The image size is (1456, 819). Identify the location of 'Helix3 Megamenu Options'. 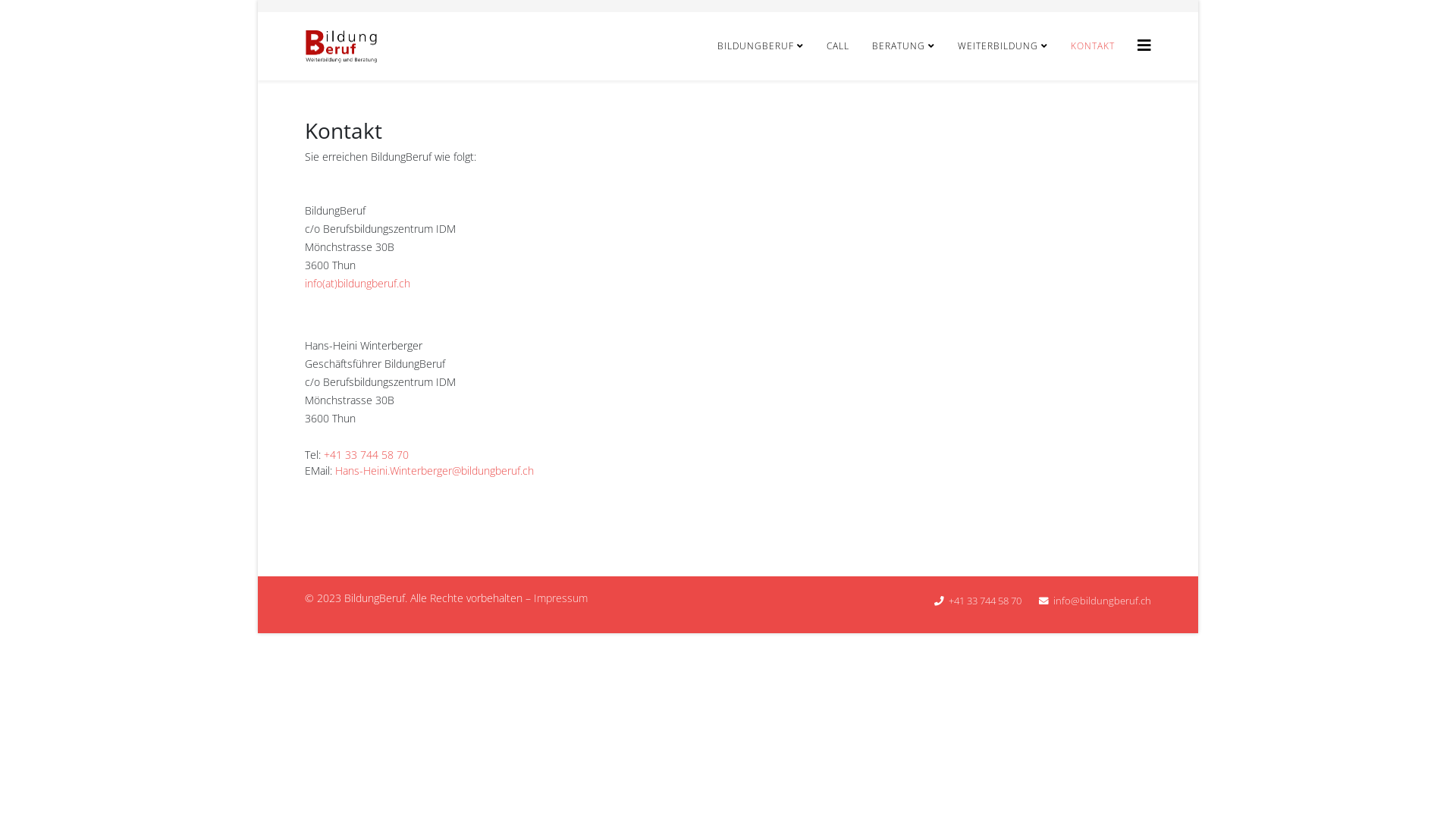
(1144, 45).